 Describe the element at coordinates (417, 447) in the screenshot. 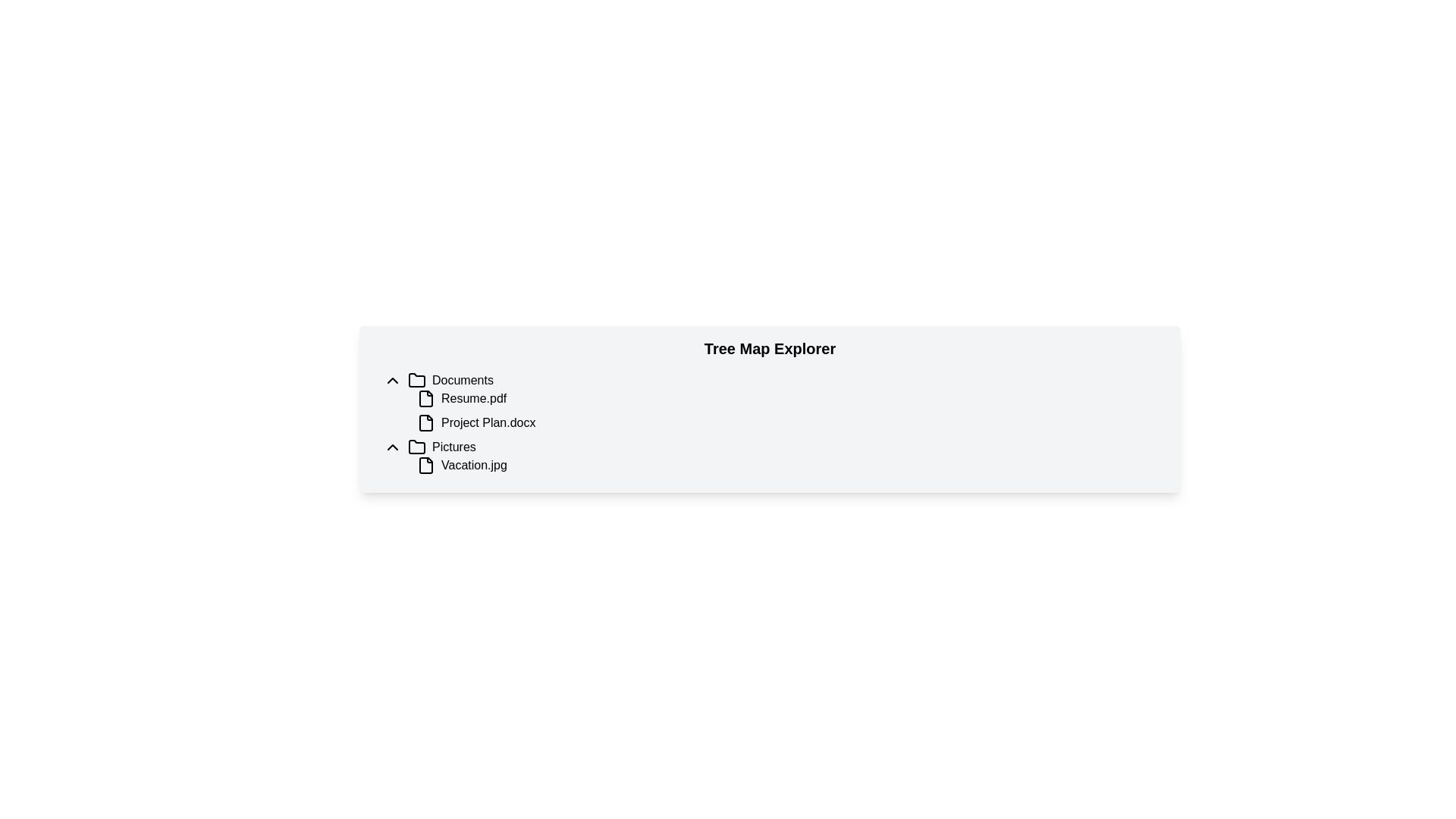

I see `the folder icon located to the left of the 'Pictures' label in the tree view interface` at that location.